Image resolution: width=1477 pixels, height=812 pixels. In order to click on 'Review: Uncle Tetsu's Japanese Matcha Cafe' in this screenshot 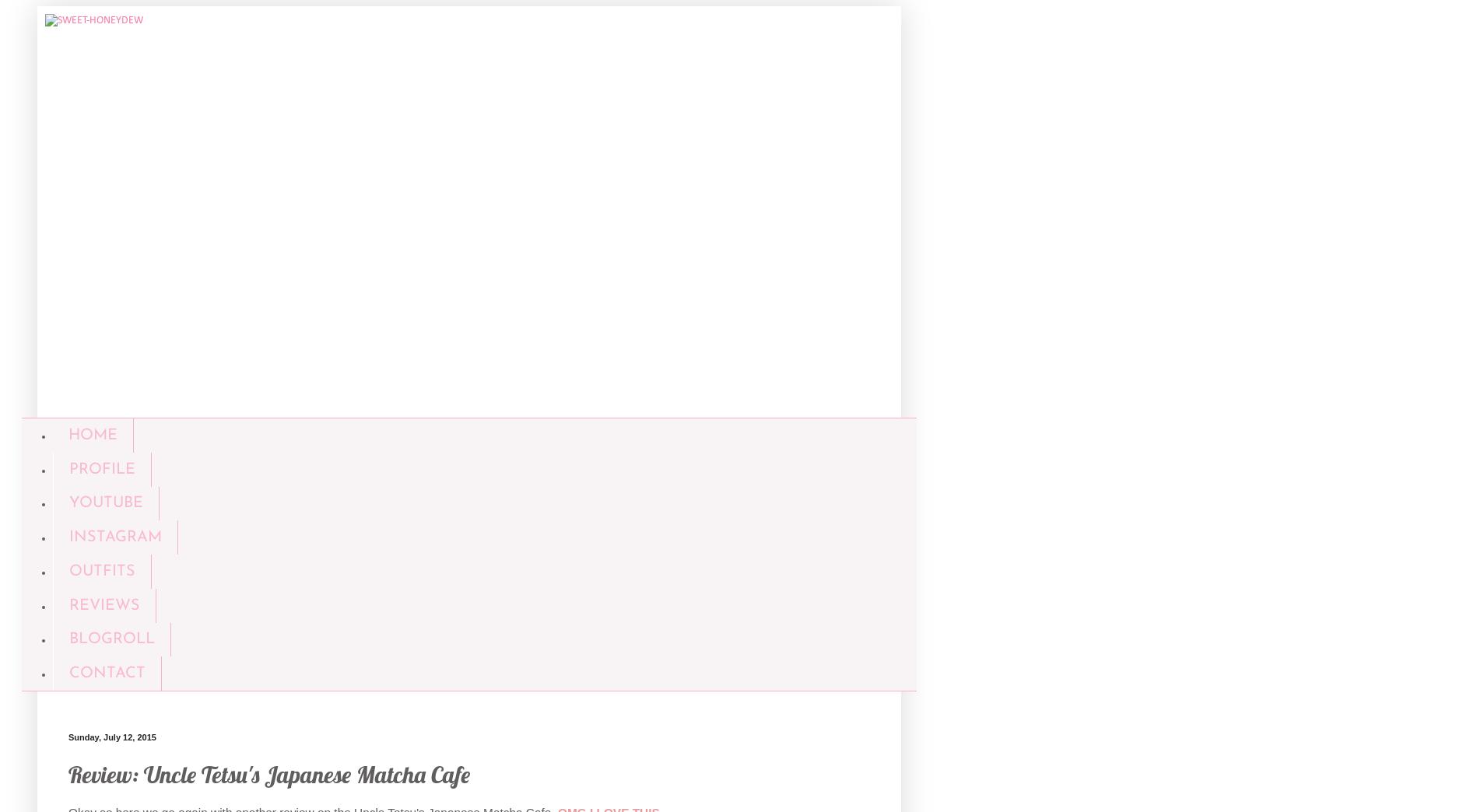, I will do `click(269, 774)`.